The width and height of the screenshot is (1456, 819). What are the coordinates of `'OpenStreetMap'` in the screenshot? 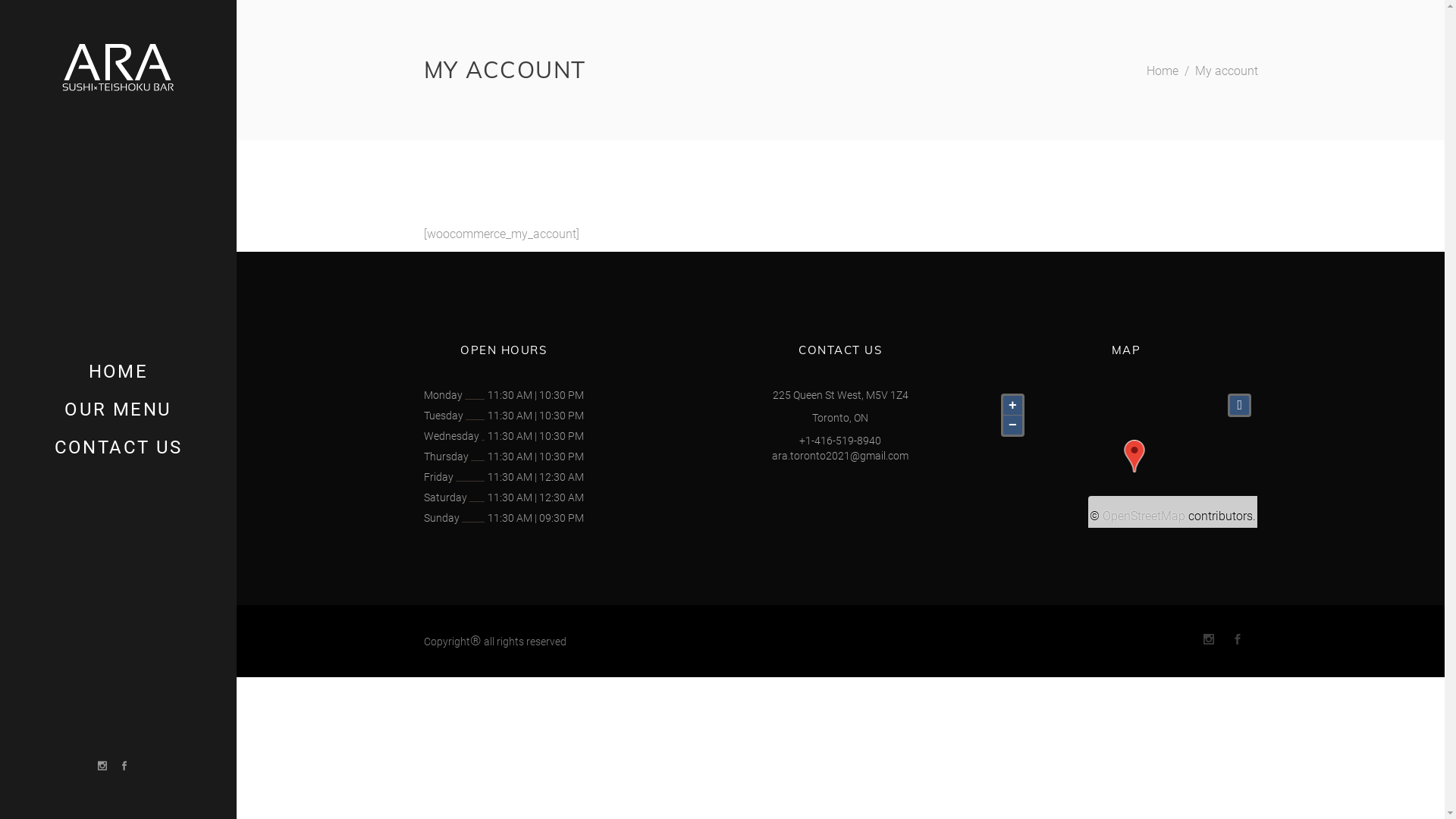 It's located at (1103, 514).